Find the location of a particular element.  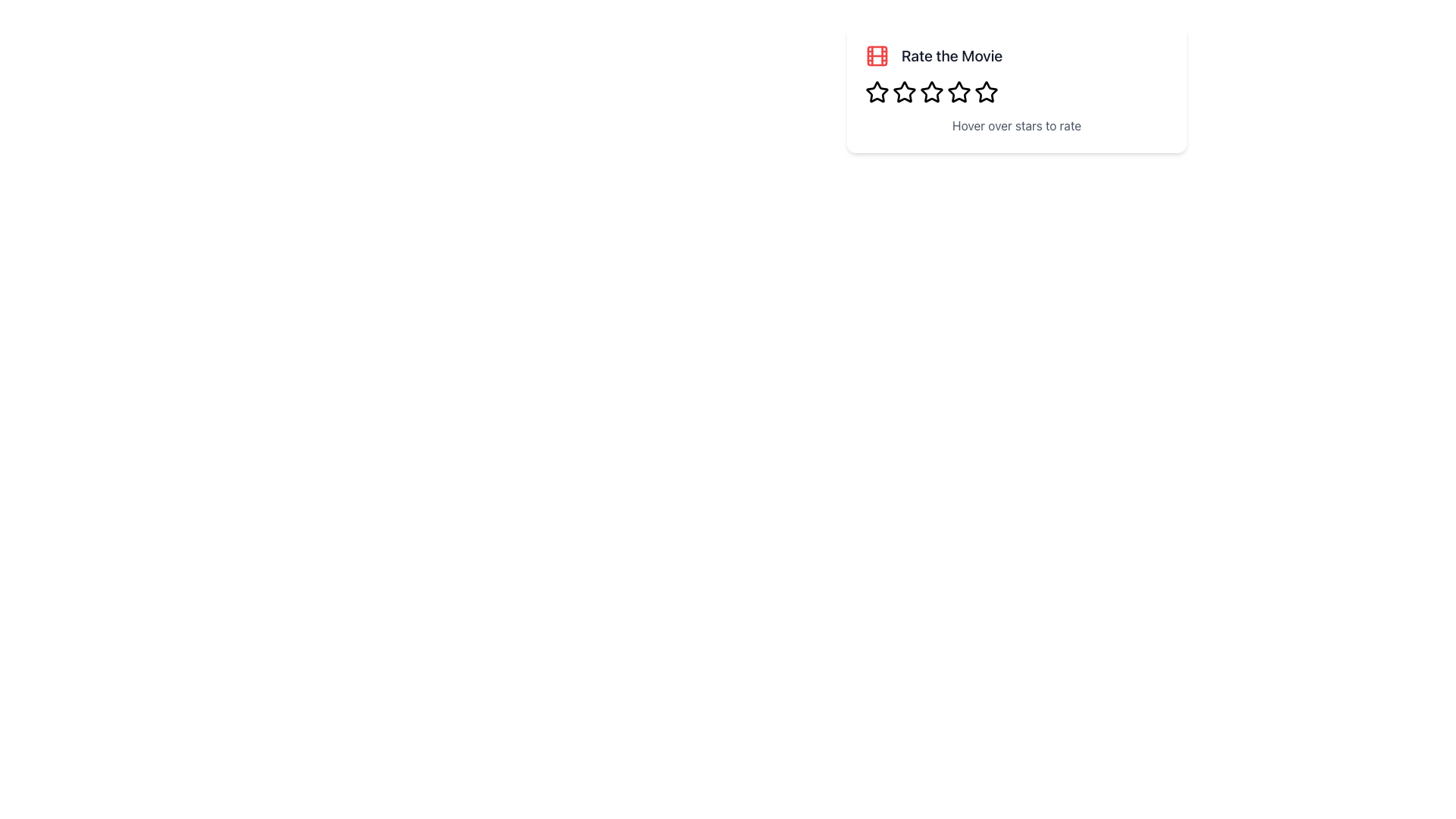

the second star icon in the rating widget is located at coordinates (903, 91).